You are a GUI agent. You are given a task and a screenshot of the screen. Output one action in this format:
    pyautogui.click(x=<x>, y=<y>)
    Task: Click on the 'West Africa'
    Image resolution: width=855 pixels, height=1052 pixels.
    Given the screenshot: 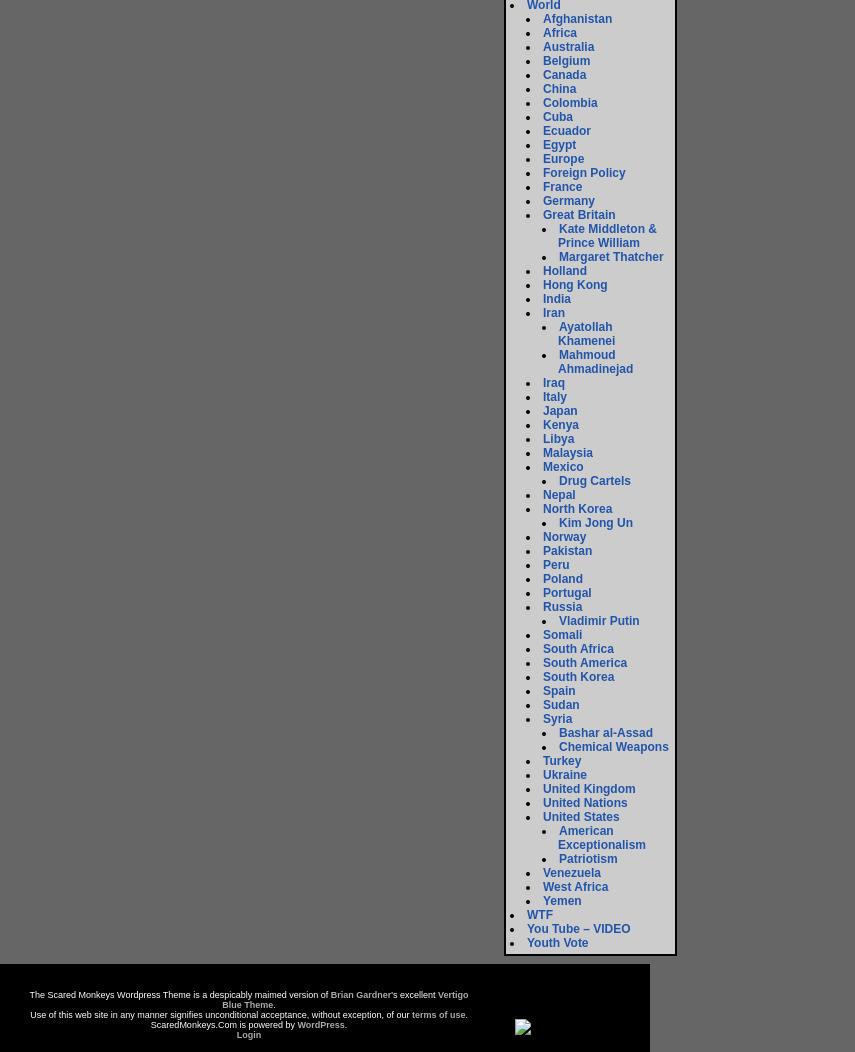 What is the action you would take?
    pyautogui.click(x=574, y=887)
    